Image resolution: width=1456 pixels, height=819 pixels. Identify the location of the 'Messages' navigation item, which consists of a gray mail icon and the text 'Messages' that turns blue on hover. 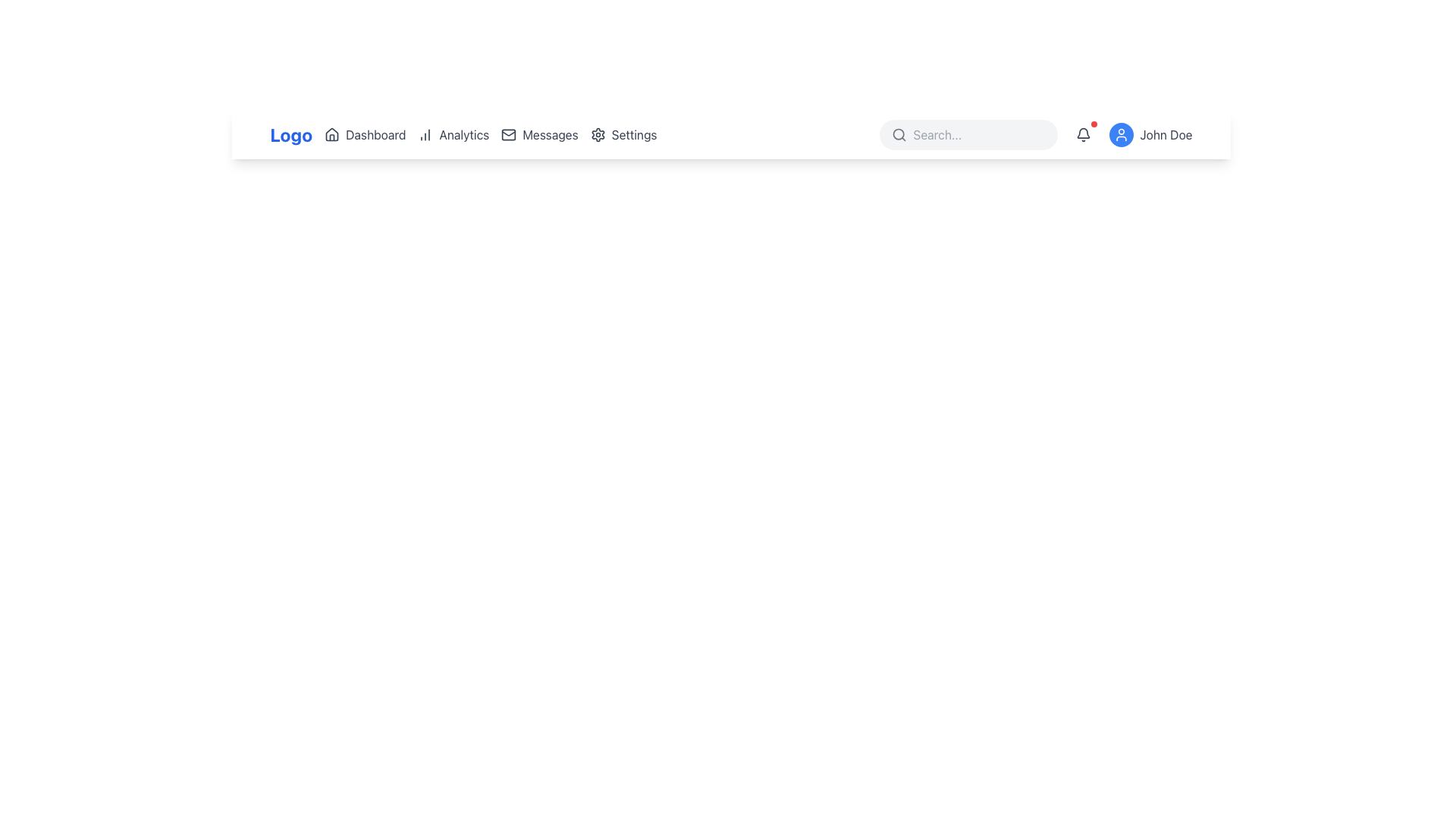
(539, 133).